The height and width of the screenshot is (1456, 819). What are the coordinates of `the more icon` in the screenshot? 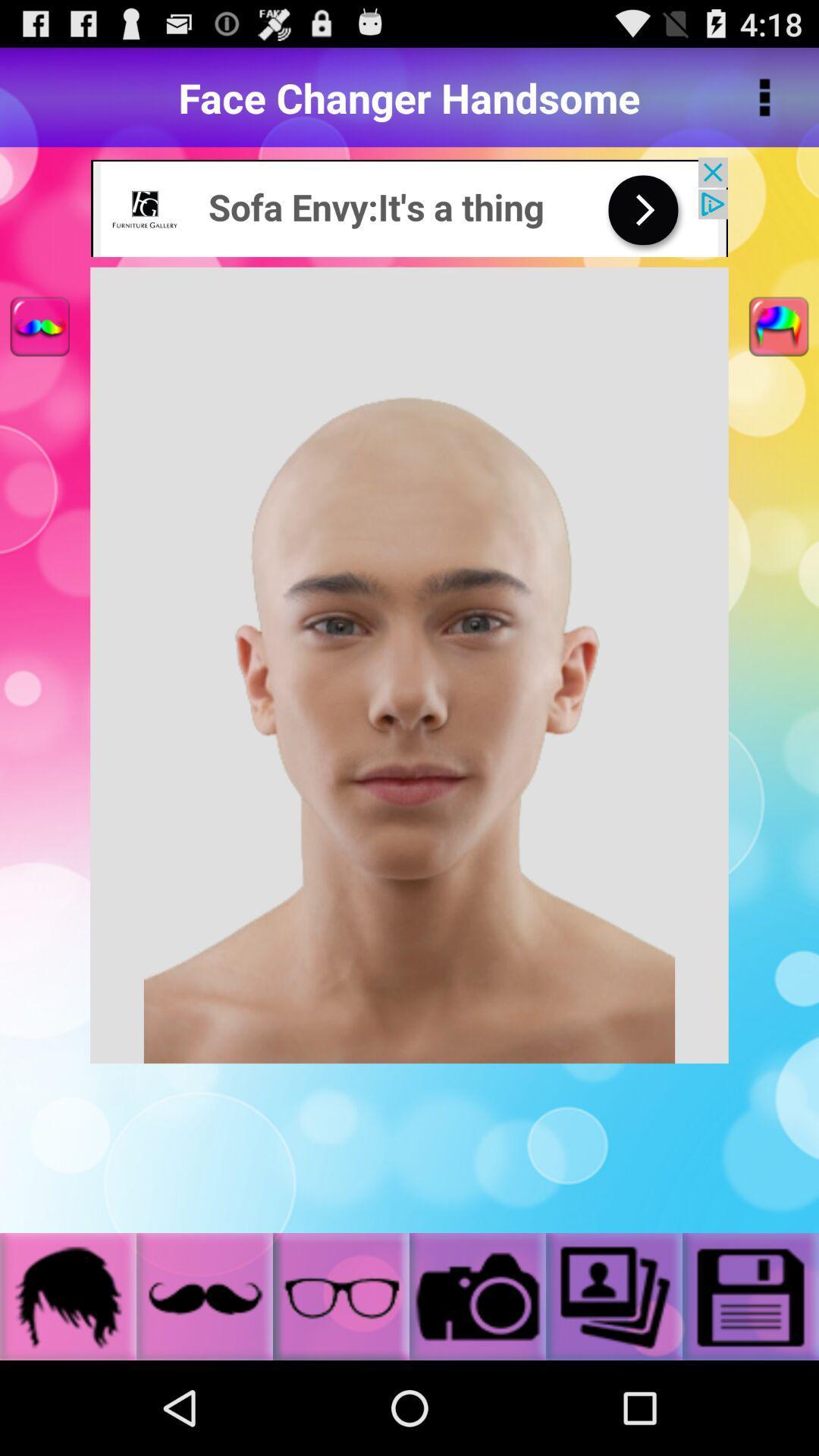 It's located at (764, 103).